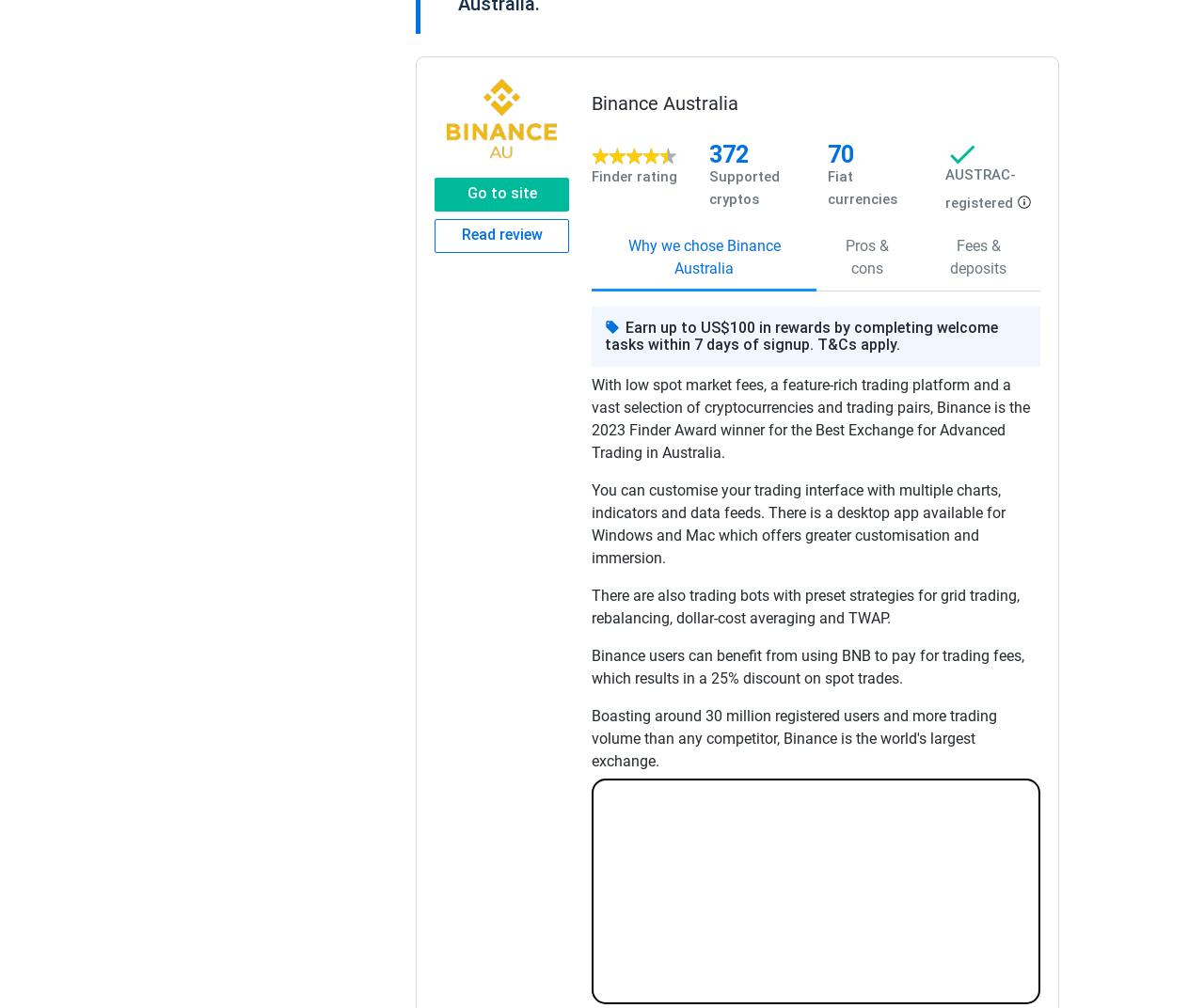  Describe the element at coordinates (805, 606) in the screenshot. I see `'There are also trading bots with preset strategies for grid trading, rebalancing, dollar-cost averaging and TWAP.'` at that location.